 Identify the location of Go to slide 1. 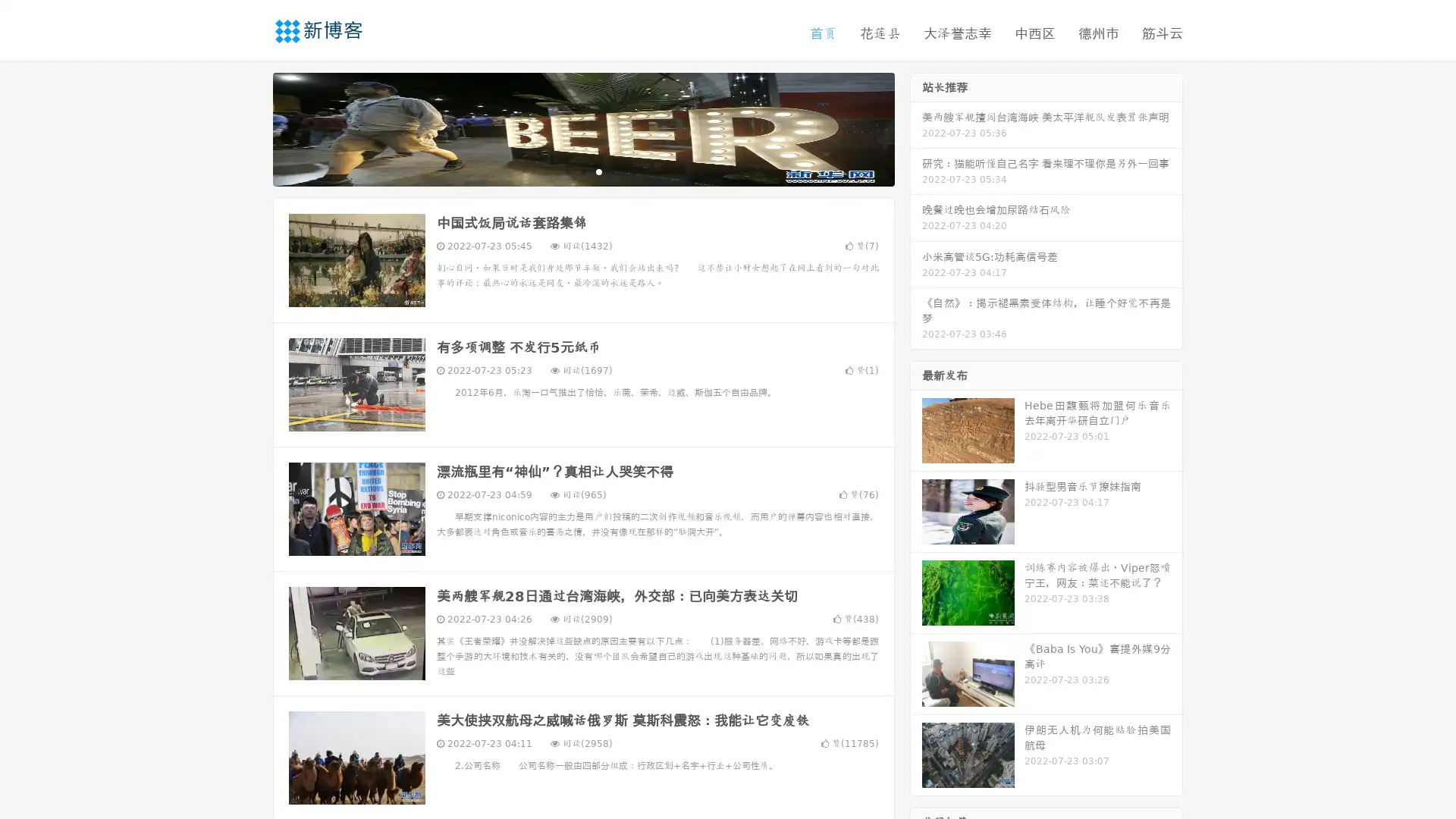
(567, 171).